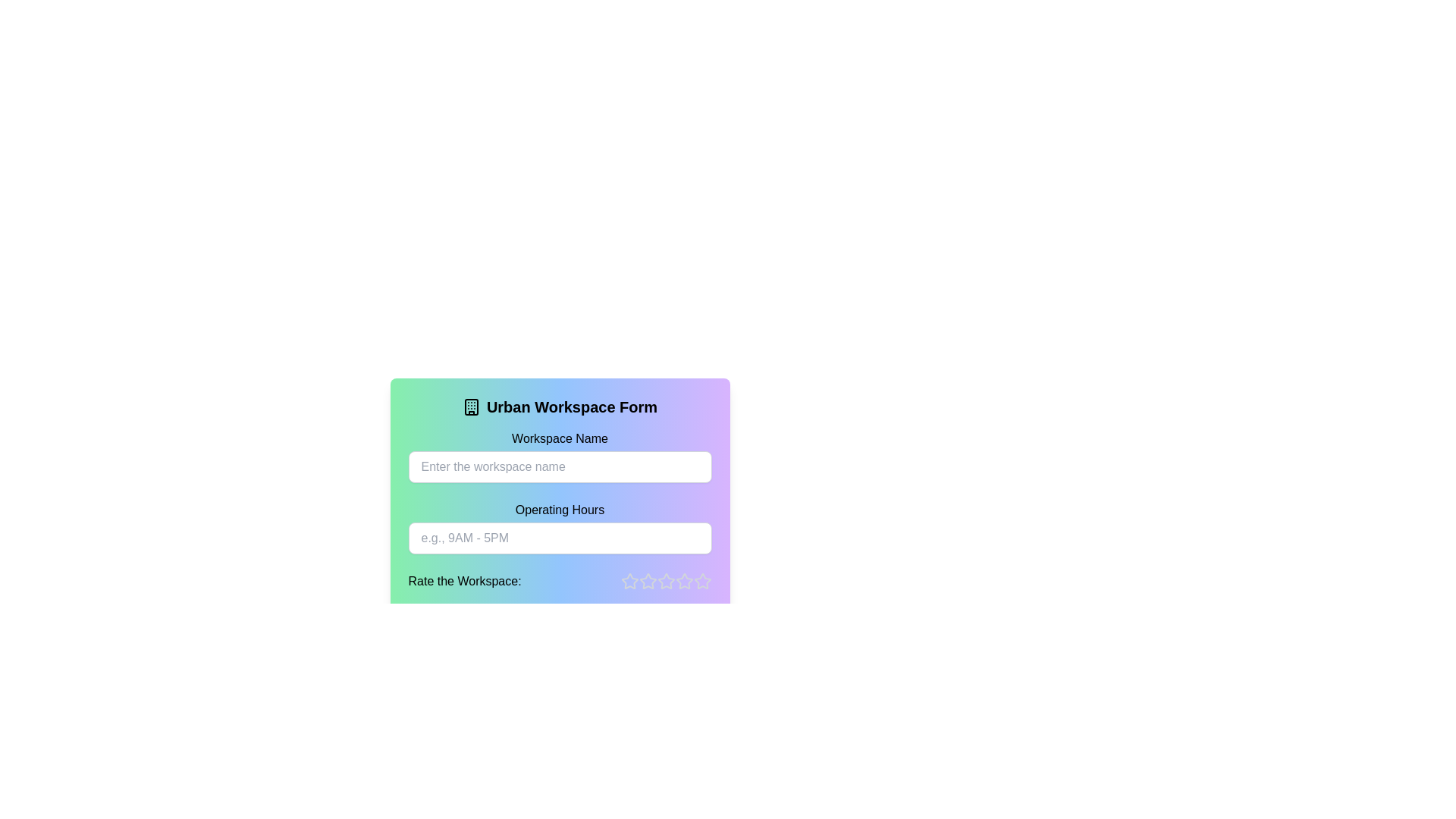 Image resolution: width=1456 pixels, height=819 pixels. Describe the element at coordinates (464, 581) in the screenshot. I see `the informational text element prompting users to rate the workspace, positioned on the left side next to the star rating component` at that location.